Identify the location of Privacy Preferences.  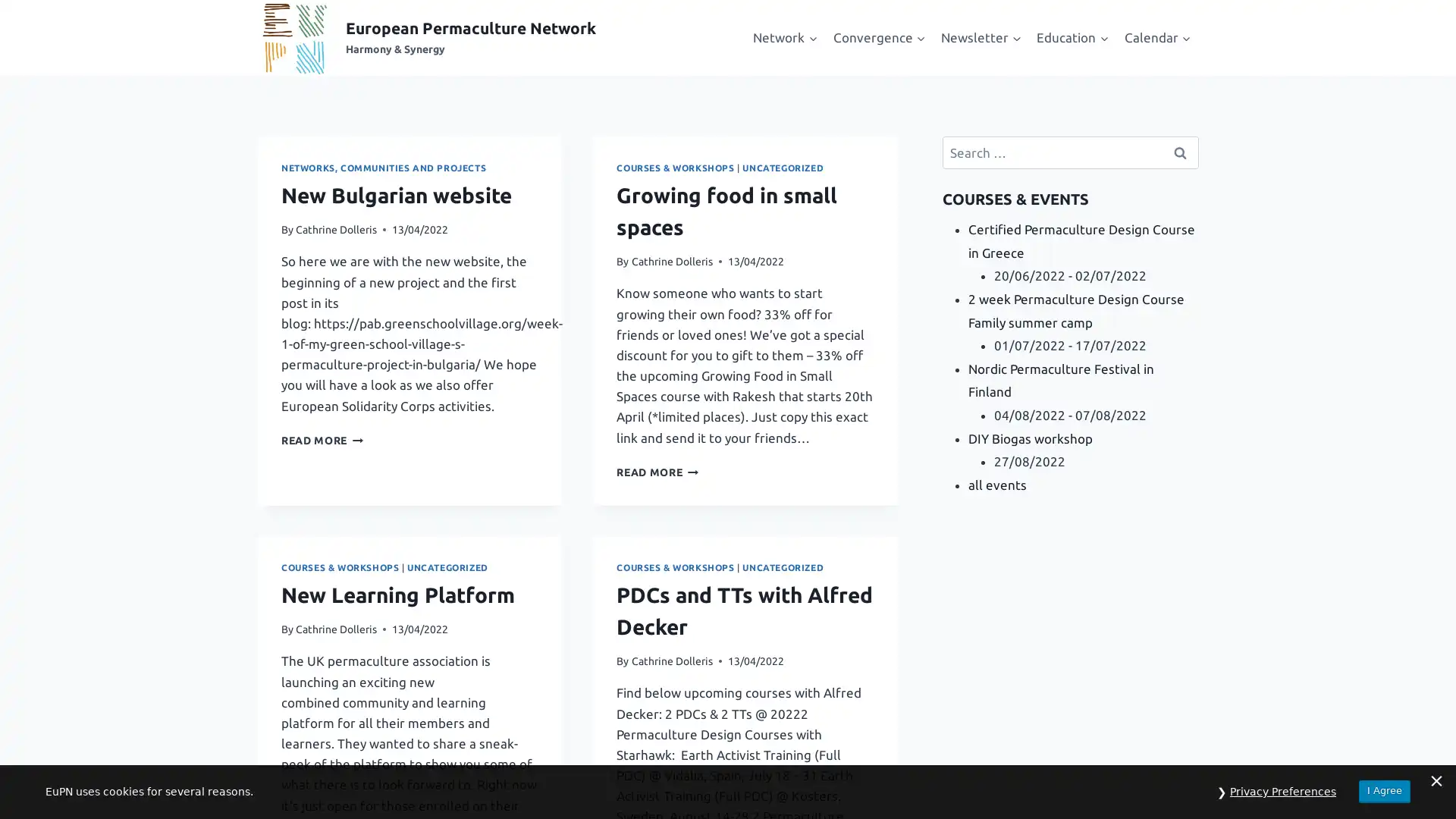
(1282, 791).